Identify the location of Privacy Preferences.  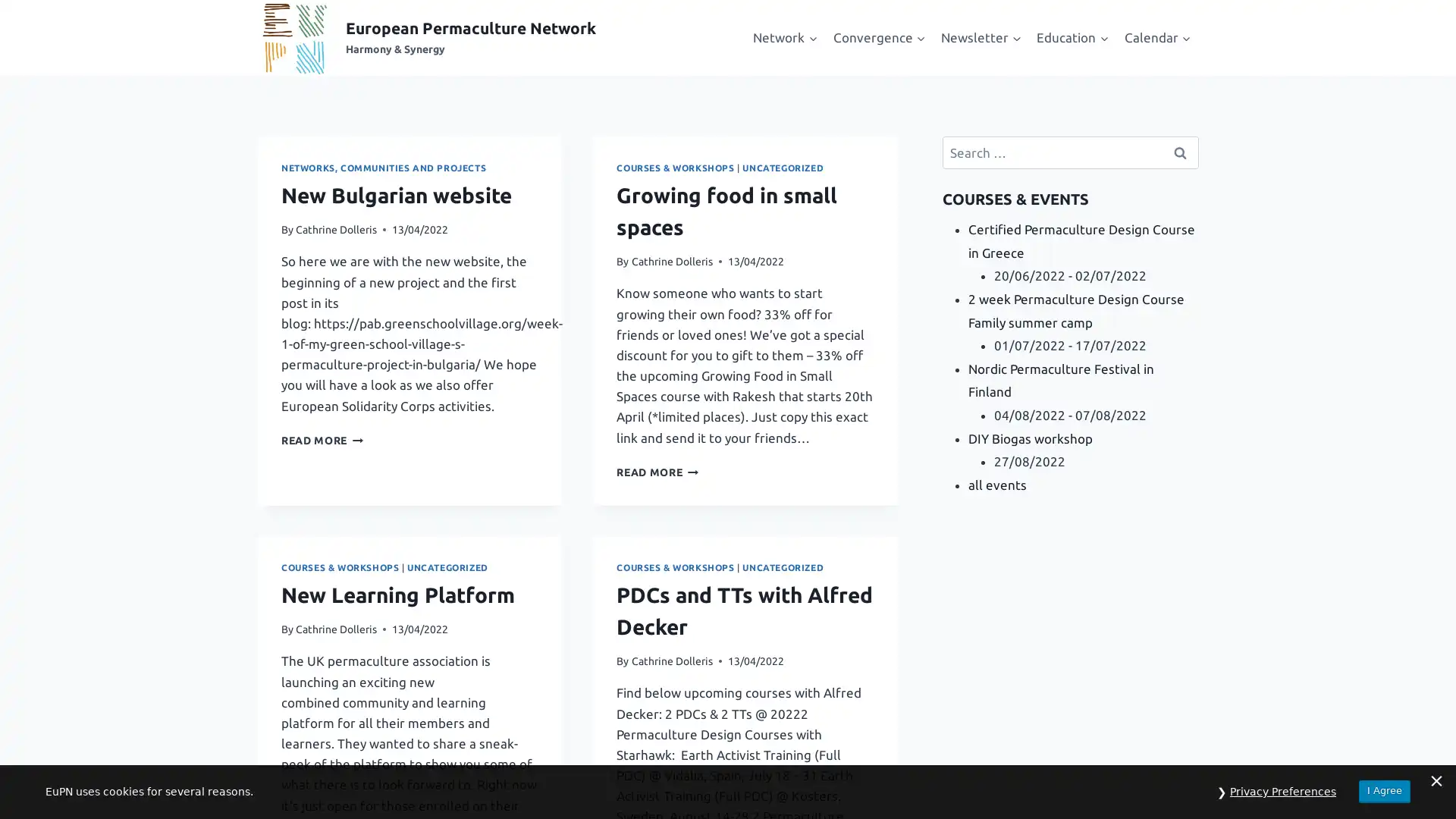
(1282, 791).